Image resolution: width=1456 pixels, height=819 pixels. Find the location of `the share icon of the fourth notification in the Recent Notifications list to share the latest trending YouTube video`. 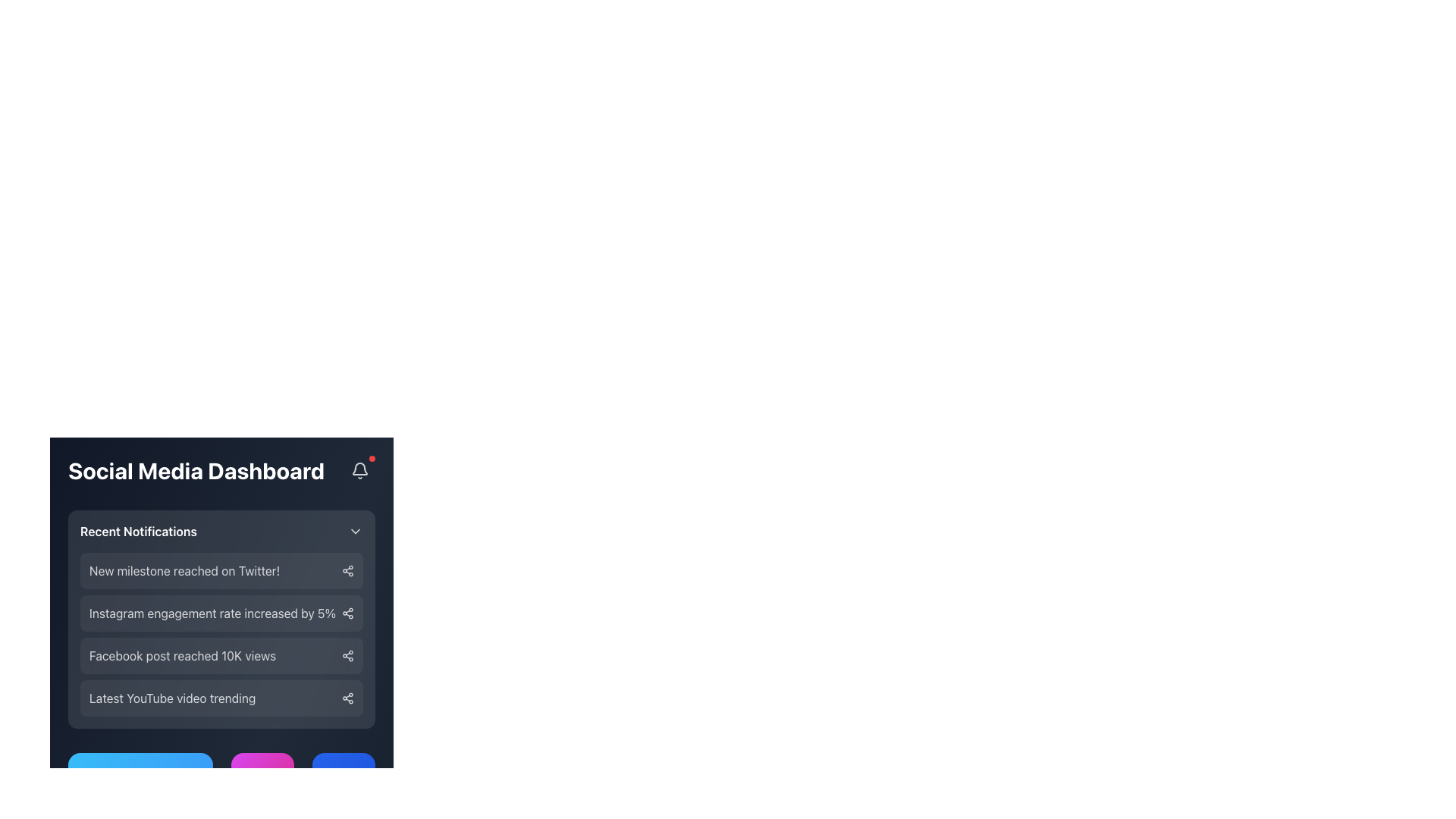

the share icon of the fourth notification in the Recent Notifications list to share the latest trending YouTube video is located at coordinates (221, 698).